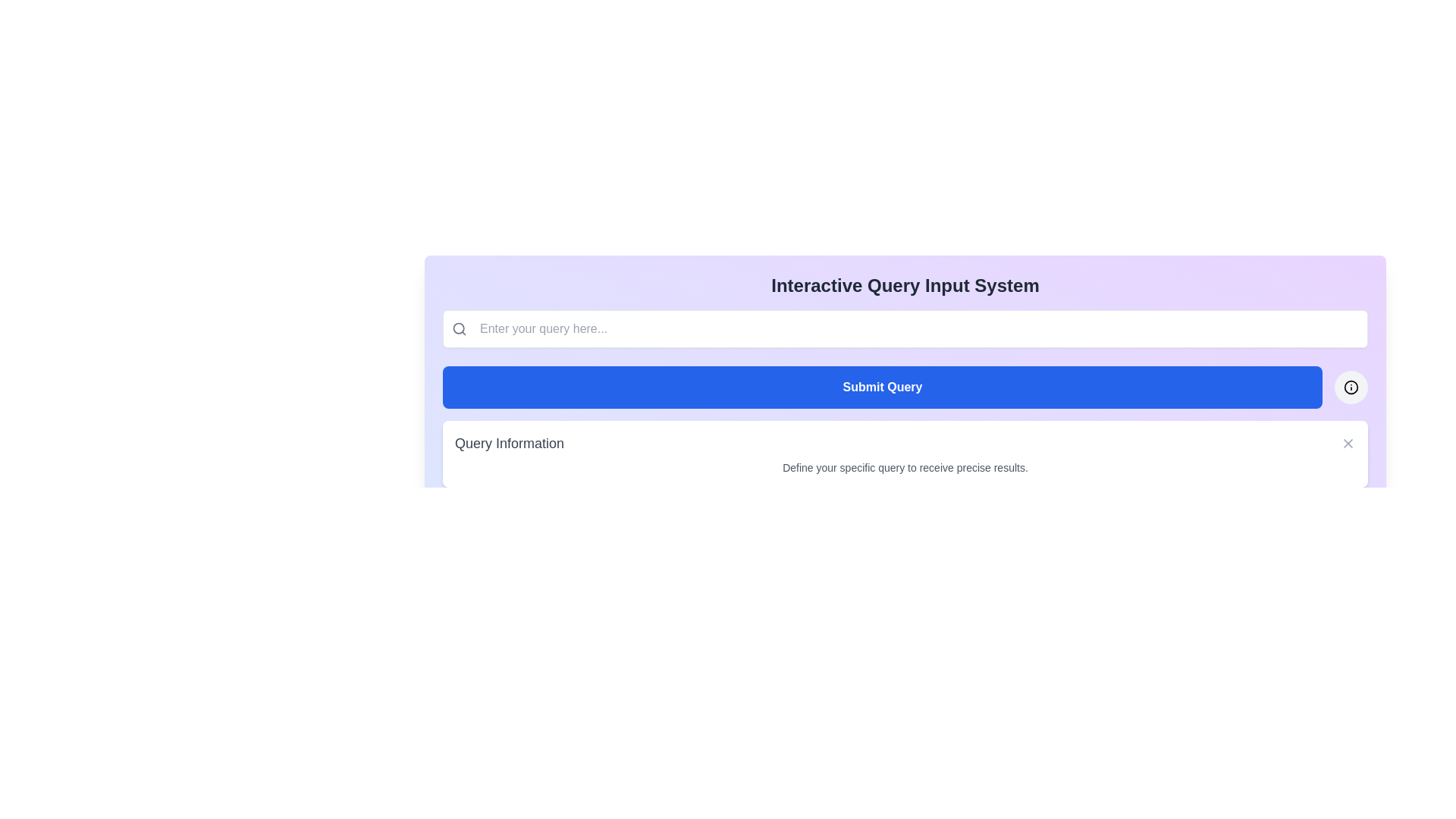  I want to click on the informational panel located centrally below the 'Submit Query' button in the 'Interactive Query Input System' section, which is the third element in this section's content layout, so click(905, 453).